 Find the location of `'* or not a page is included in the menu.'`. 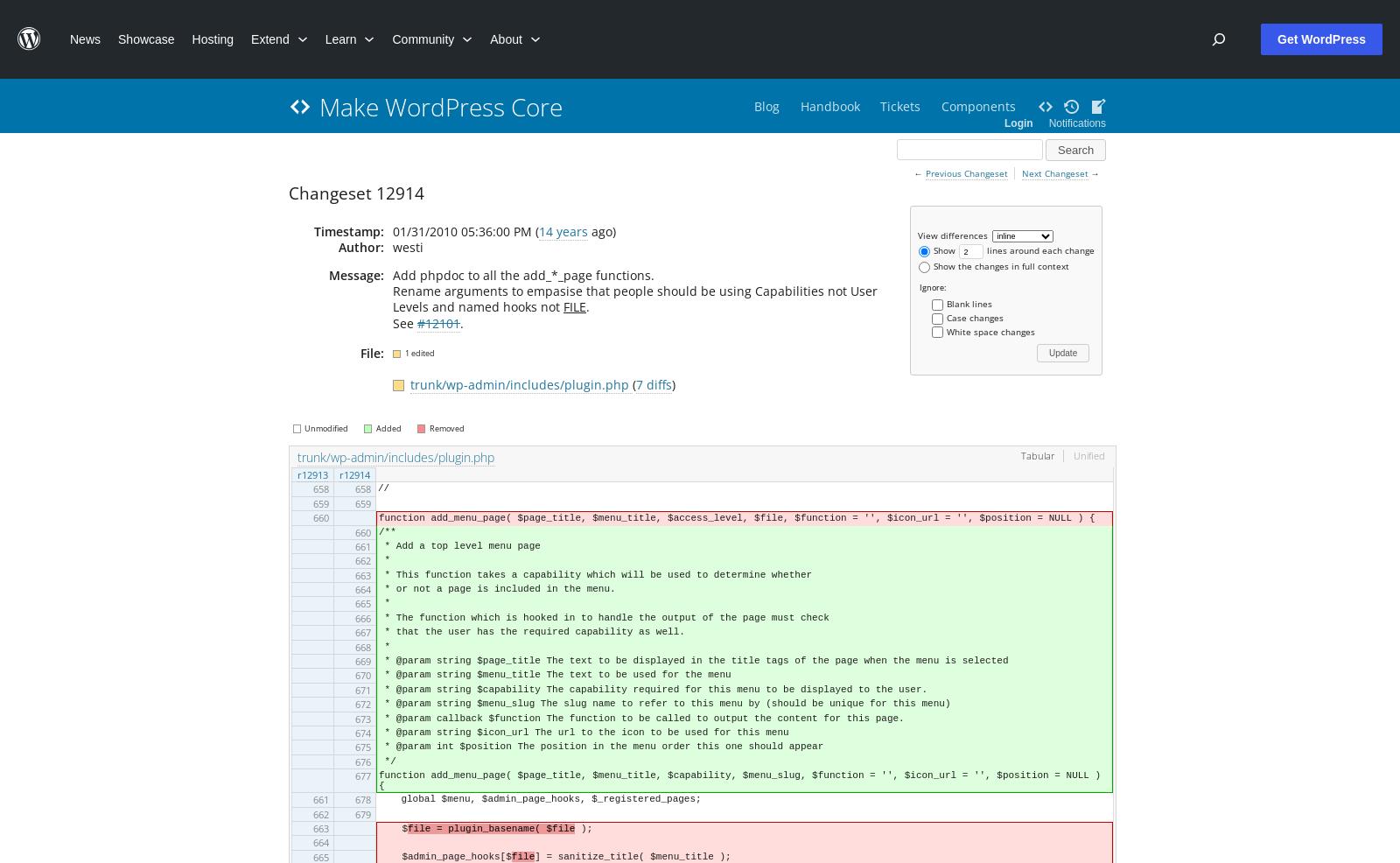

'* or not a page is included in the menu.' is located at coordinates (496, 588).